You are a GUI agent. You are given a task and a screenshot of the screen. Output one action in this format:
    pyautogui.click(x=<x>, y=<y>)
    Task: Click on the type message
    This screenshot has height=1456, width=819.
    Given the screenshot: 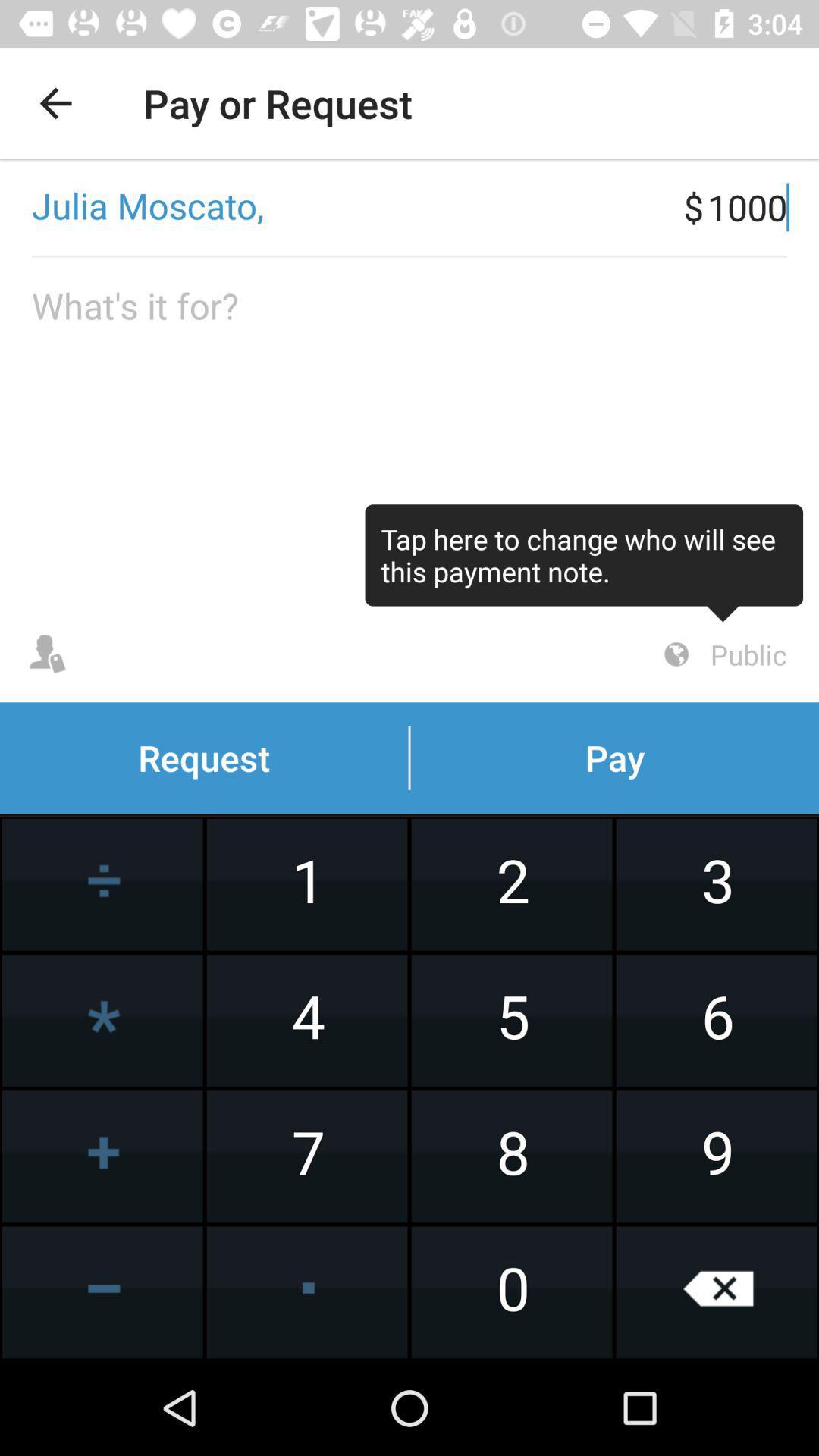 What is the action you would take?
    pyautogui.click(x=409, y=431)
    